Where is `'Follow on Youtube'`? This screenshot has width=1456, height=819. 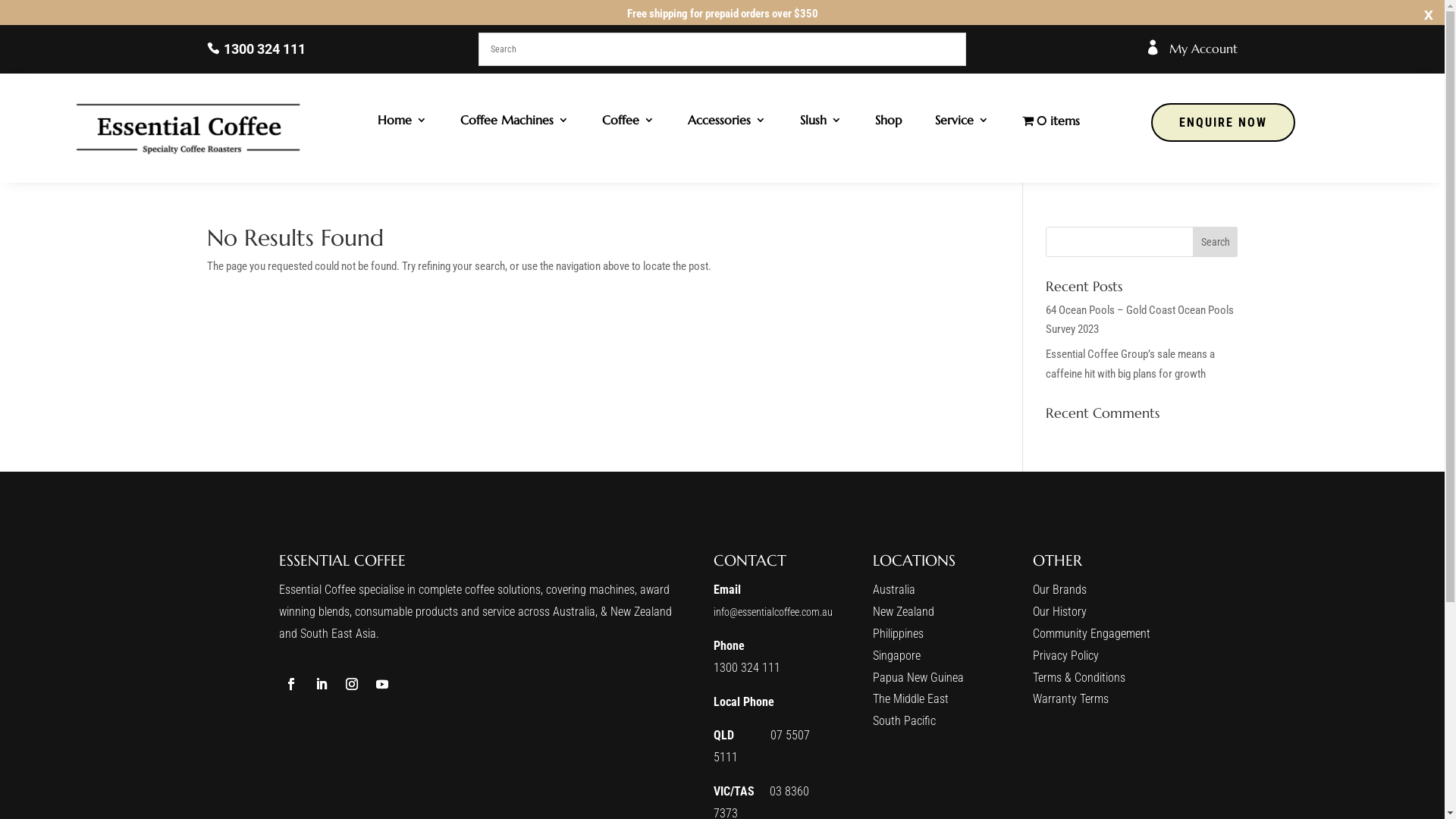 'Follow on Youtube' is located at coordinates (382, 684).